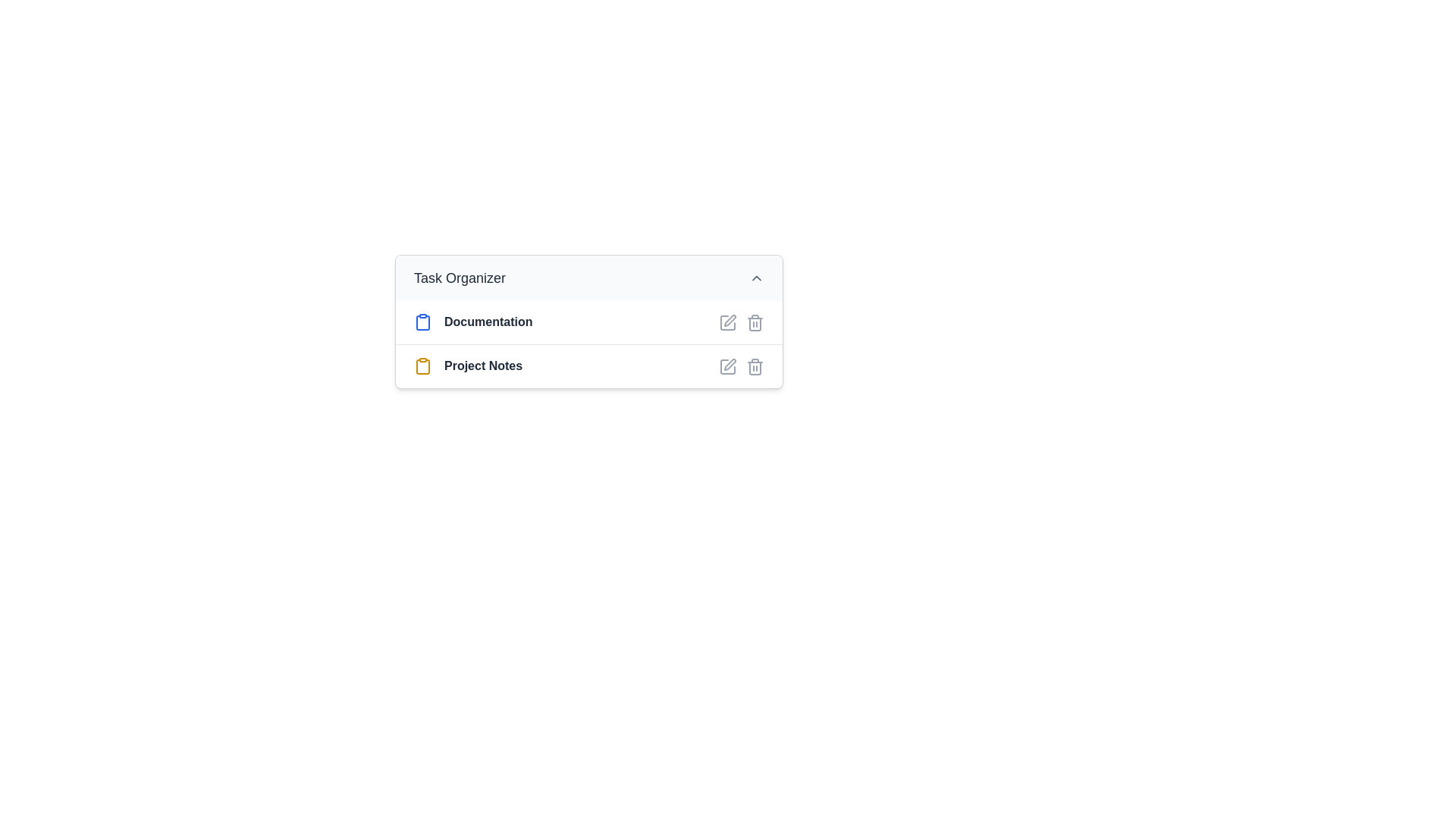  What do you see at coordinates (728, 366) in the screenshot?
I see `the small square pen icon with a modern thin-line vector design style, rendered in light gray and changing to blue on hover, located next to the 'Project Notes' text in the task organizer table` at bounding box center [728, 366].